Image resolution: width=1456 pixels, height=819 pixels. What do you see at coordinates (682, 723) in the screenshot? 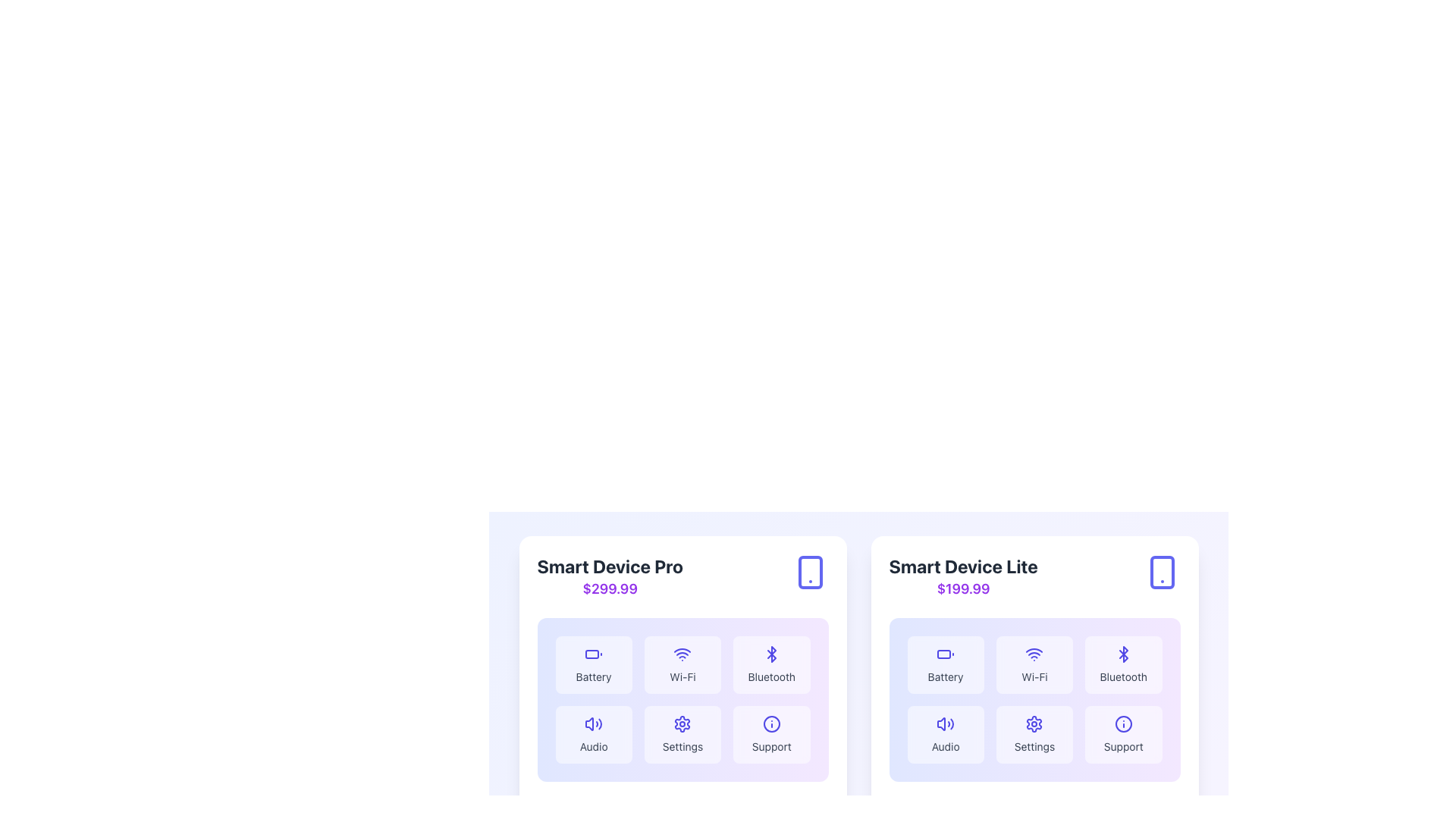
I see `the indigo gear icon representing settings, located at the bottom center of the 'Smart Device Pro' card, beneath the 'Settings' label` at bounding box center [682, 723].